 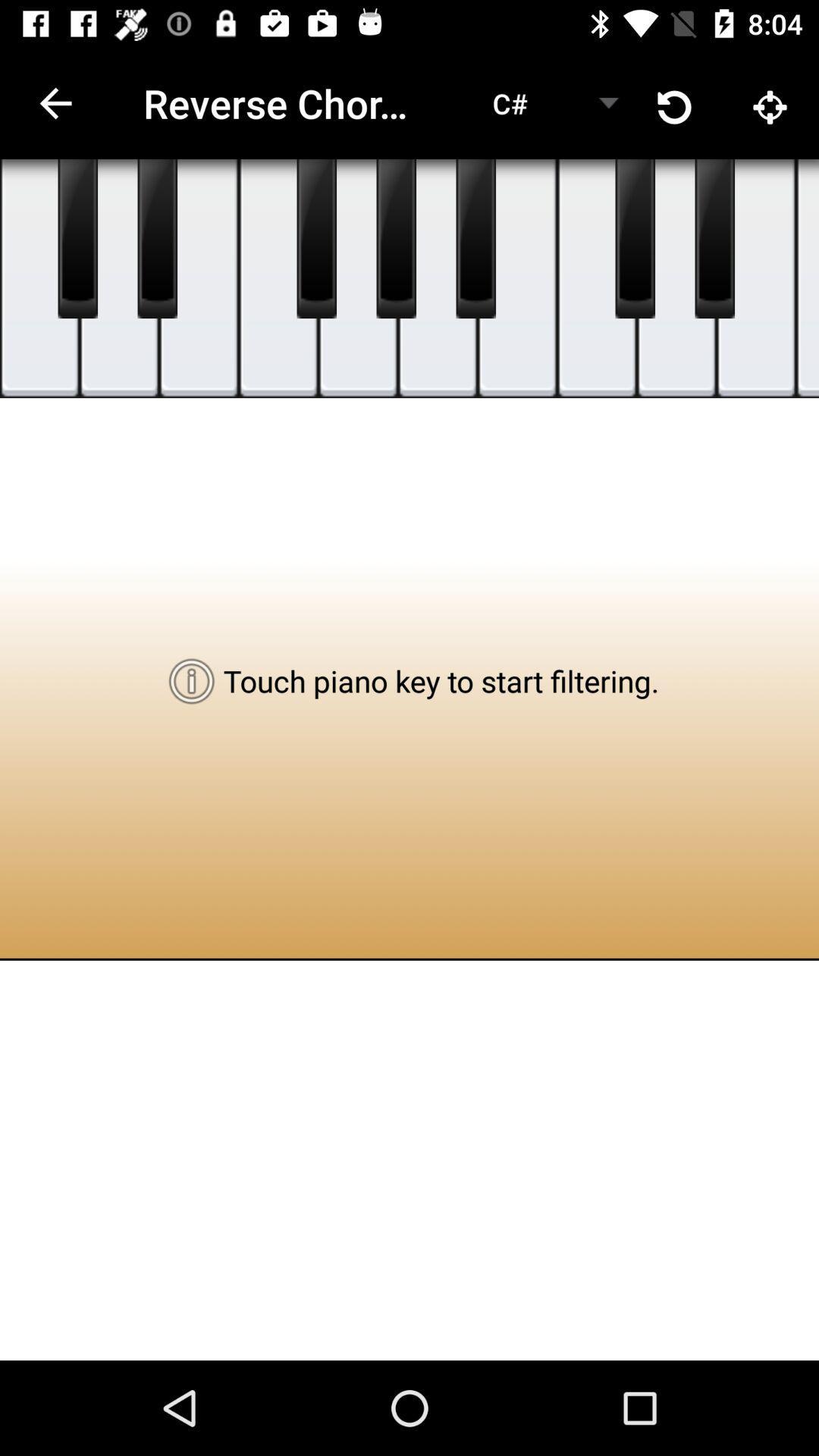 What do you see at coordinates (157, 238) in the screenshot?
I see `shows piano button` at bounding box center [157, 238].